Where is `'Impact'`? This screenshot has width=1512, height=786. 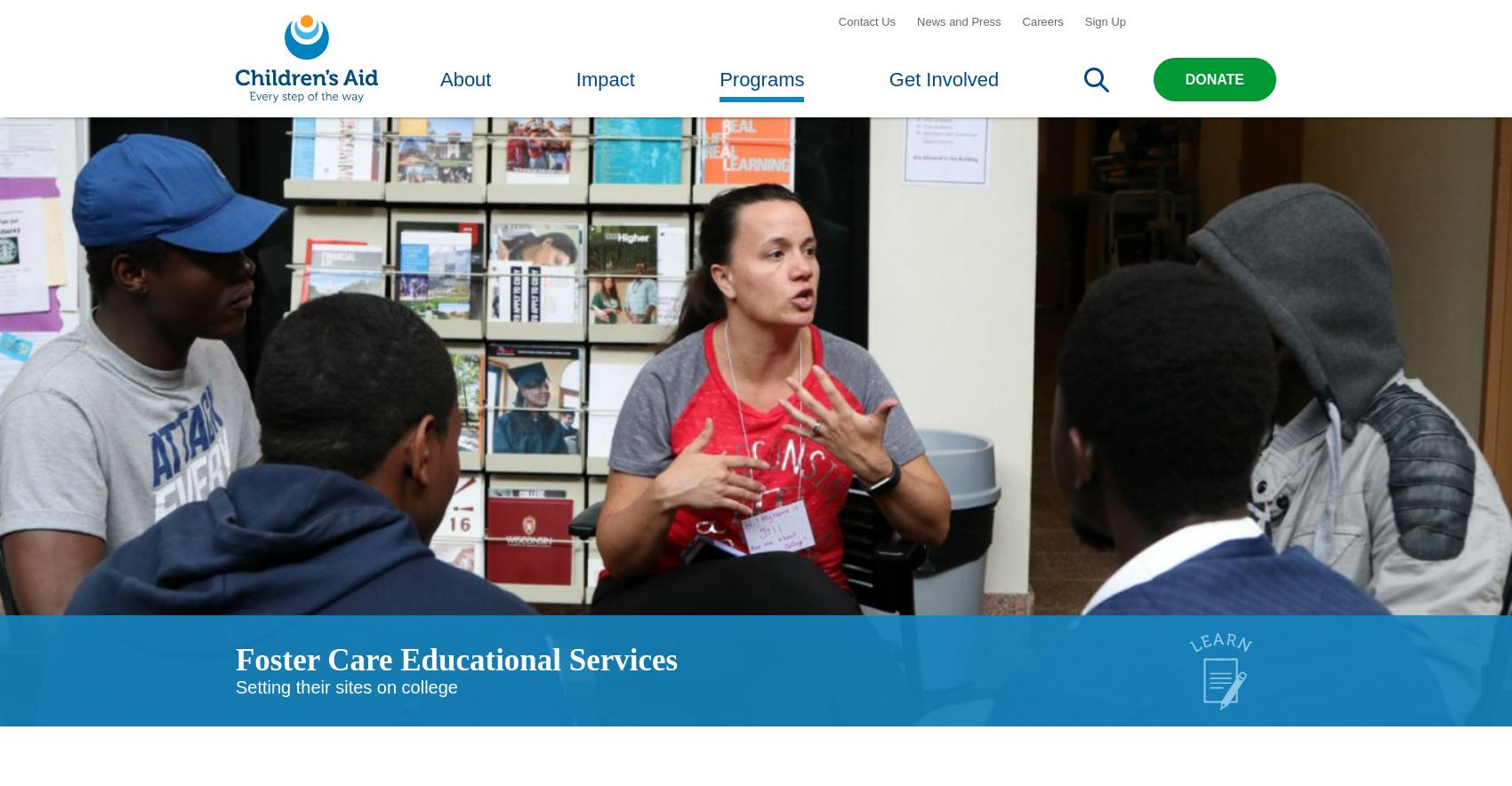 'Impact' is located at coordinates (605, 91).